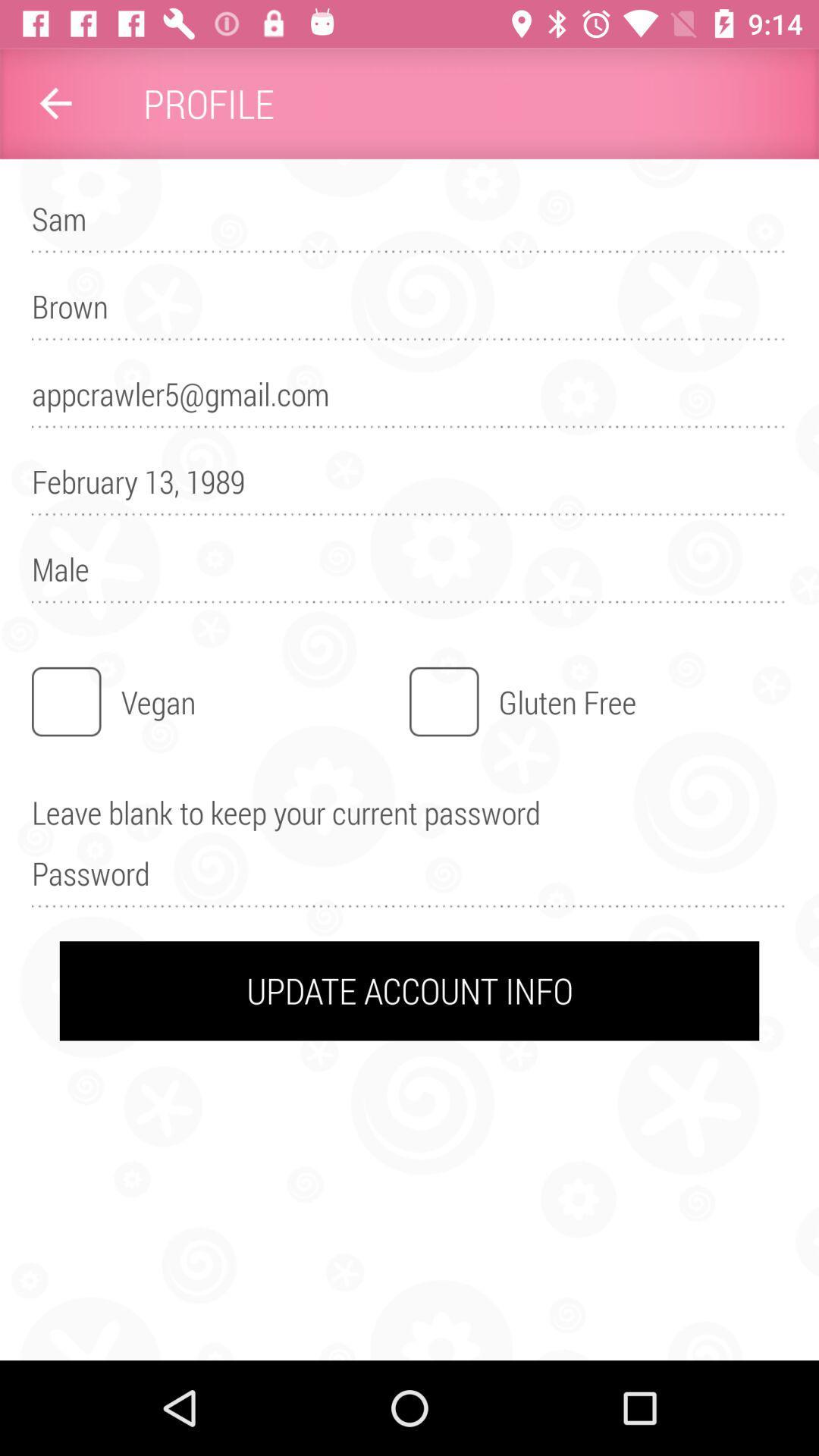 Image resolution: width=819 pixels, height=1456 pixels. What do you see at coordinates (409, 880) in the screenshot?
I see `the icon above the update account info item` at bounding box center [409, 880].